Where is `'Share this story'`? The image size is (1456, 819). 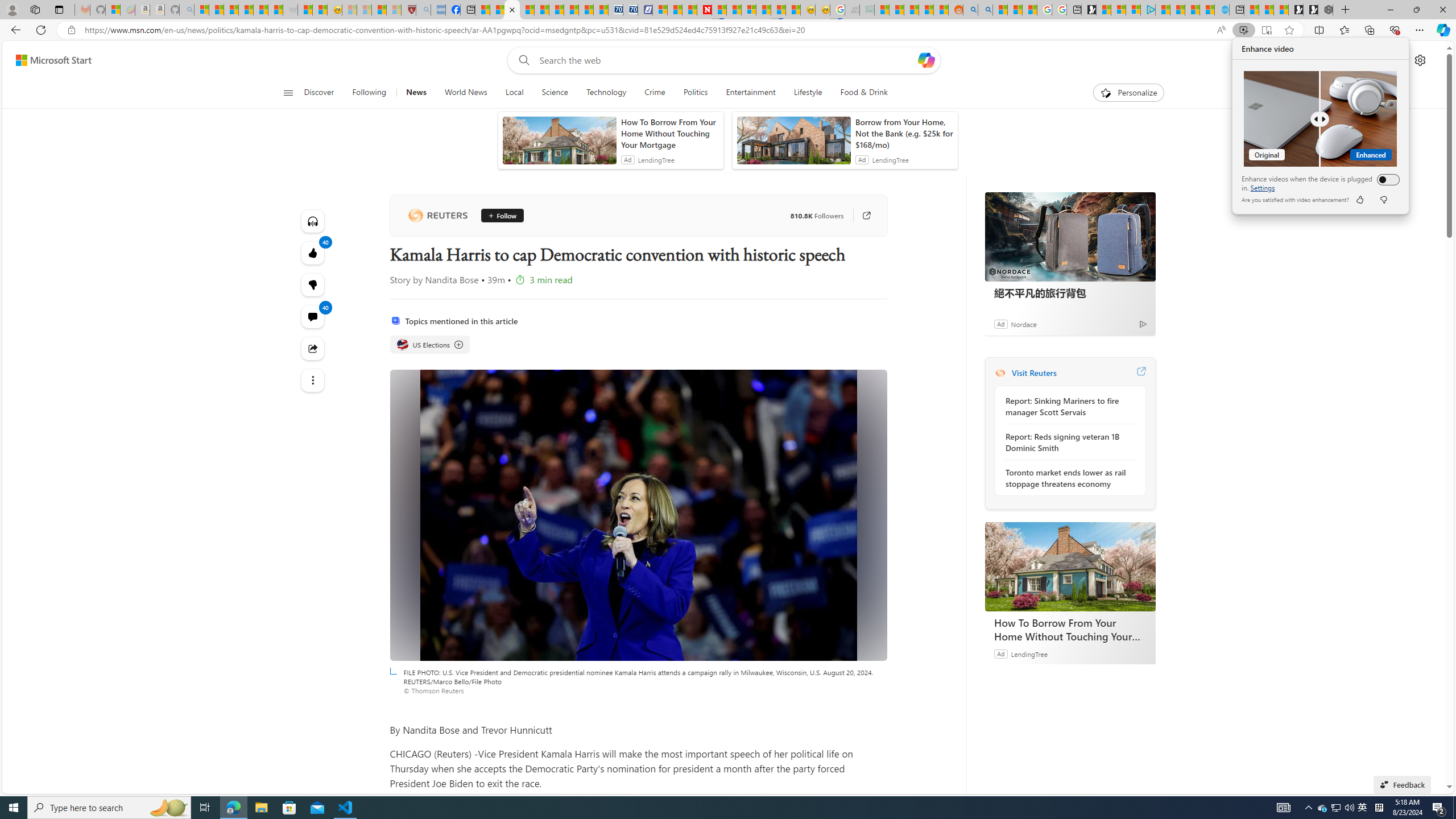 'Share this story' is located at coordinates (313, 348).